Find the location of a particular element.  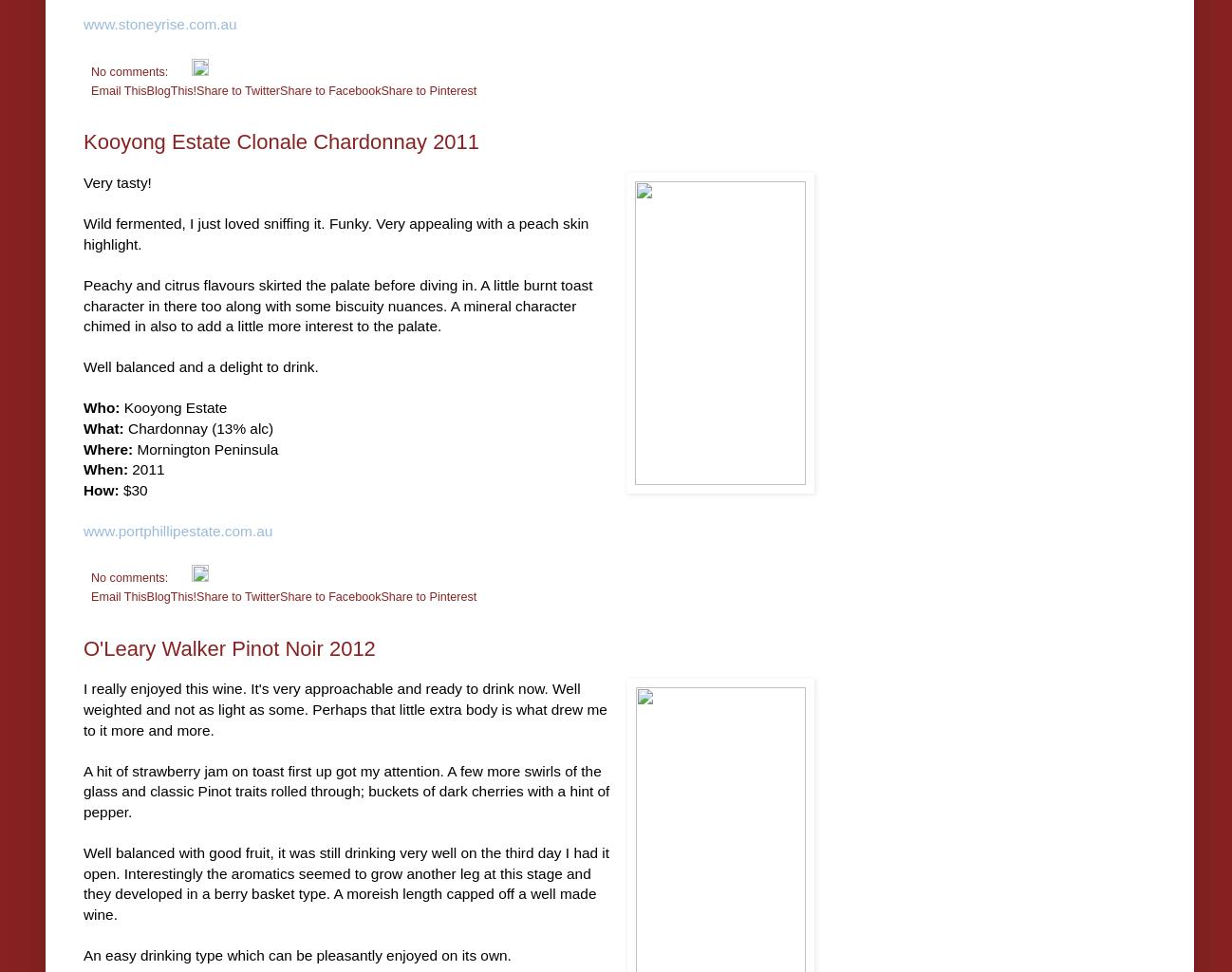

'Very tasty!' is located at coordinates (117, 182).